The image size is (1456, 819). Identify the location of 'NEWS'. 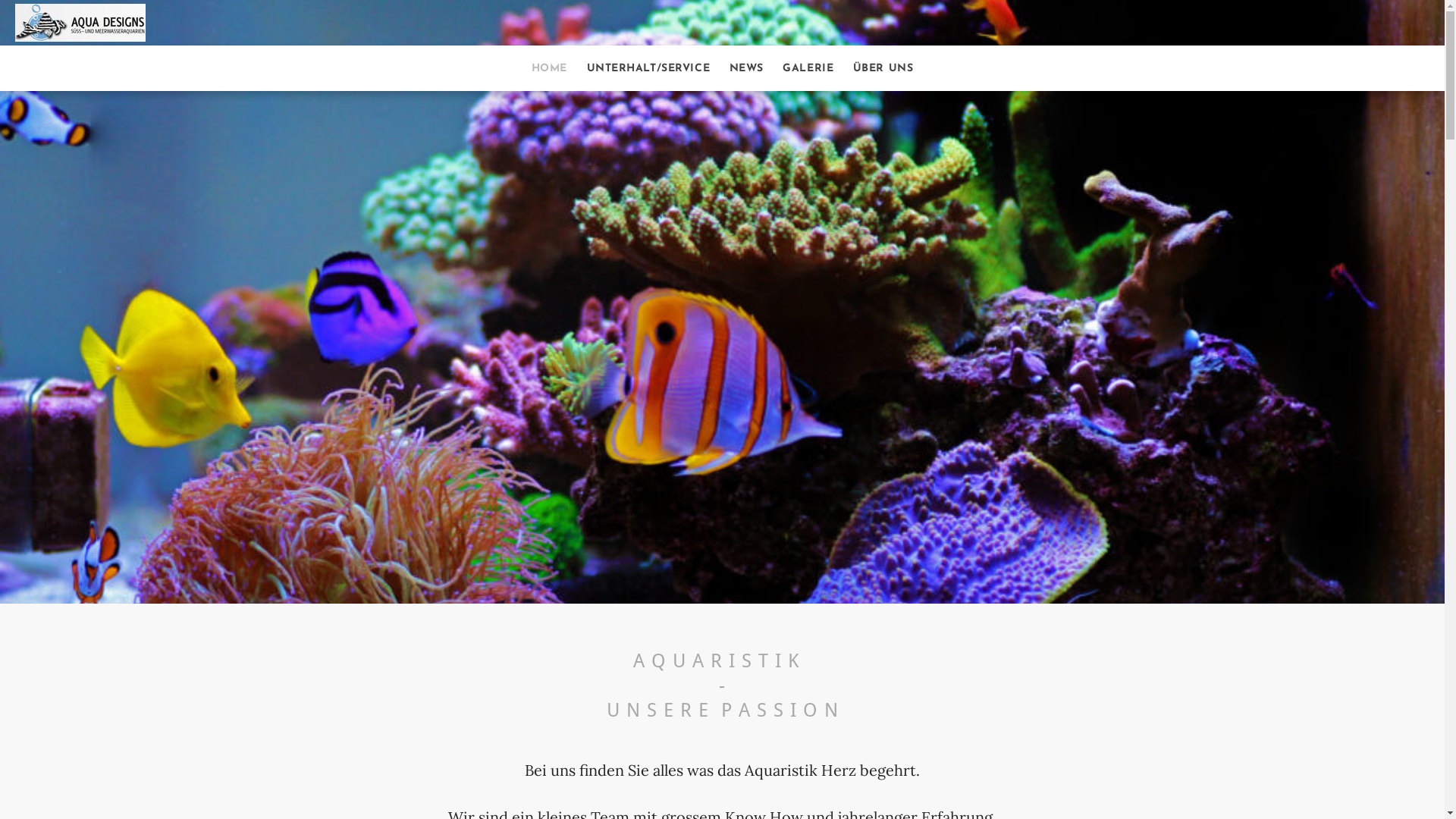
(746, 68).